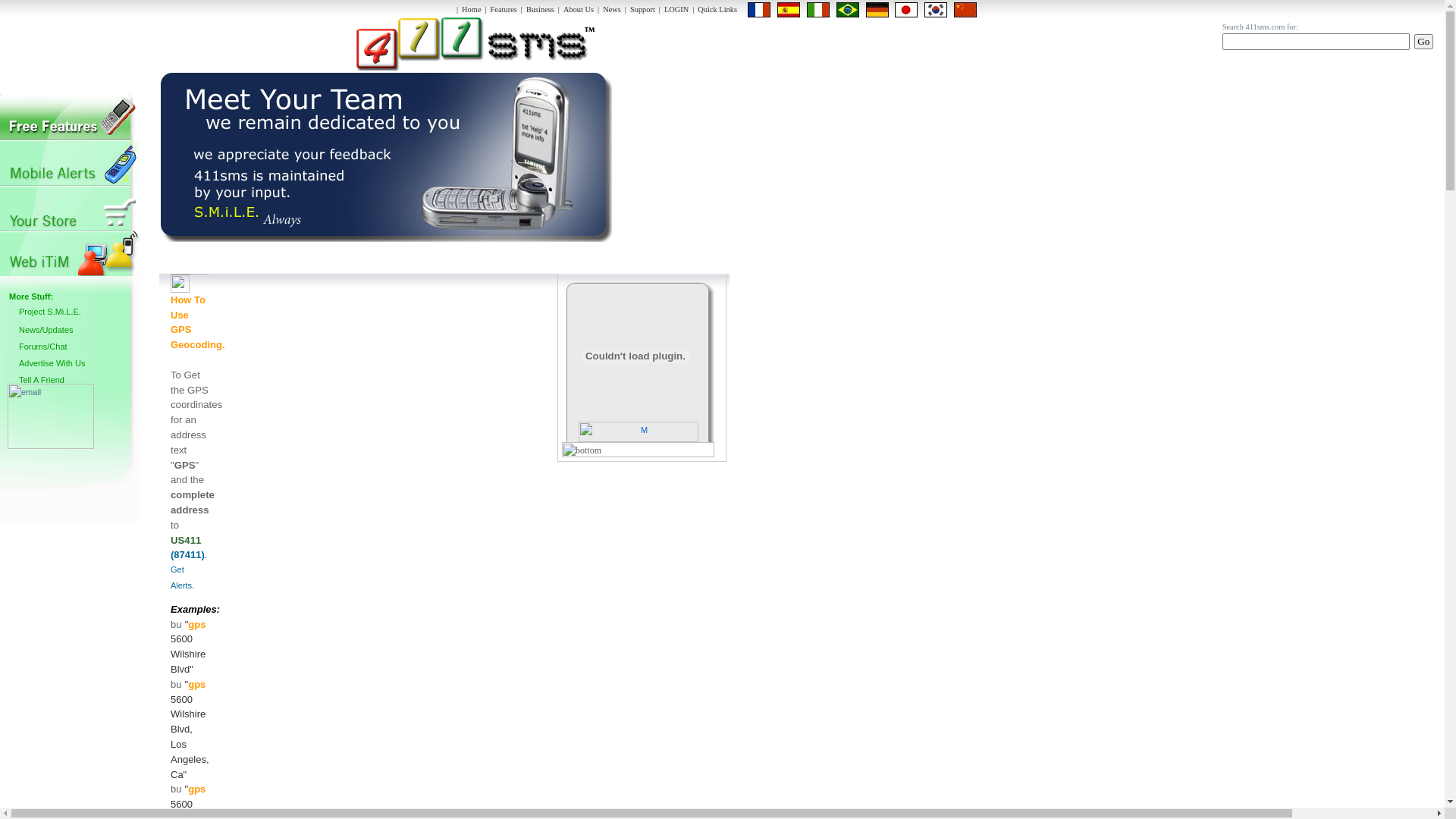  What do you see at coordinates (0, 365) in the screenshot?
I see `'Advertise With Us'` at bounding box center [0, 365].